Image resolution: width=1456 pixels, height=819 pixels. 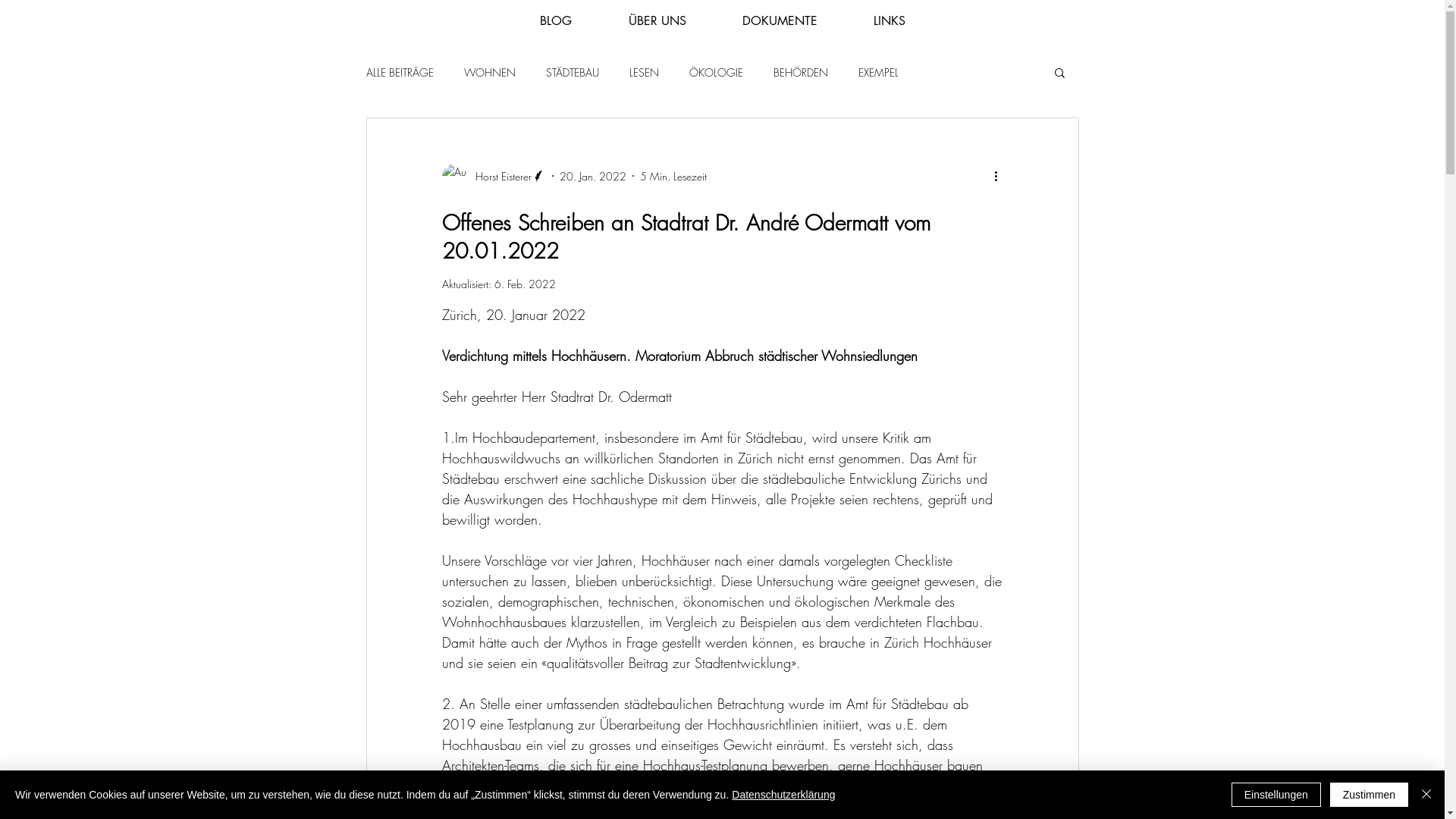 What do you see at coordinates (1329, 794) in the screenshot?
I see `'Zustimmen'` at bounding box center [1329, 794].